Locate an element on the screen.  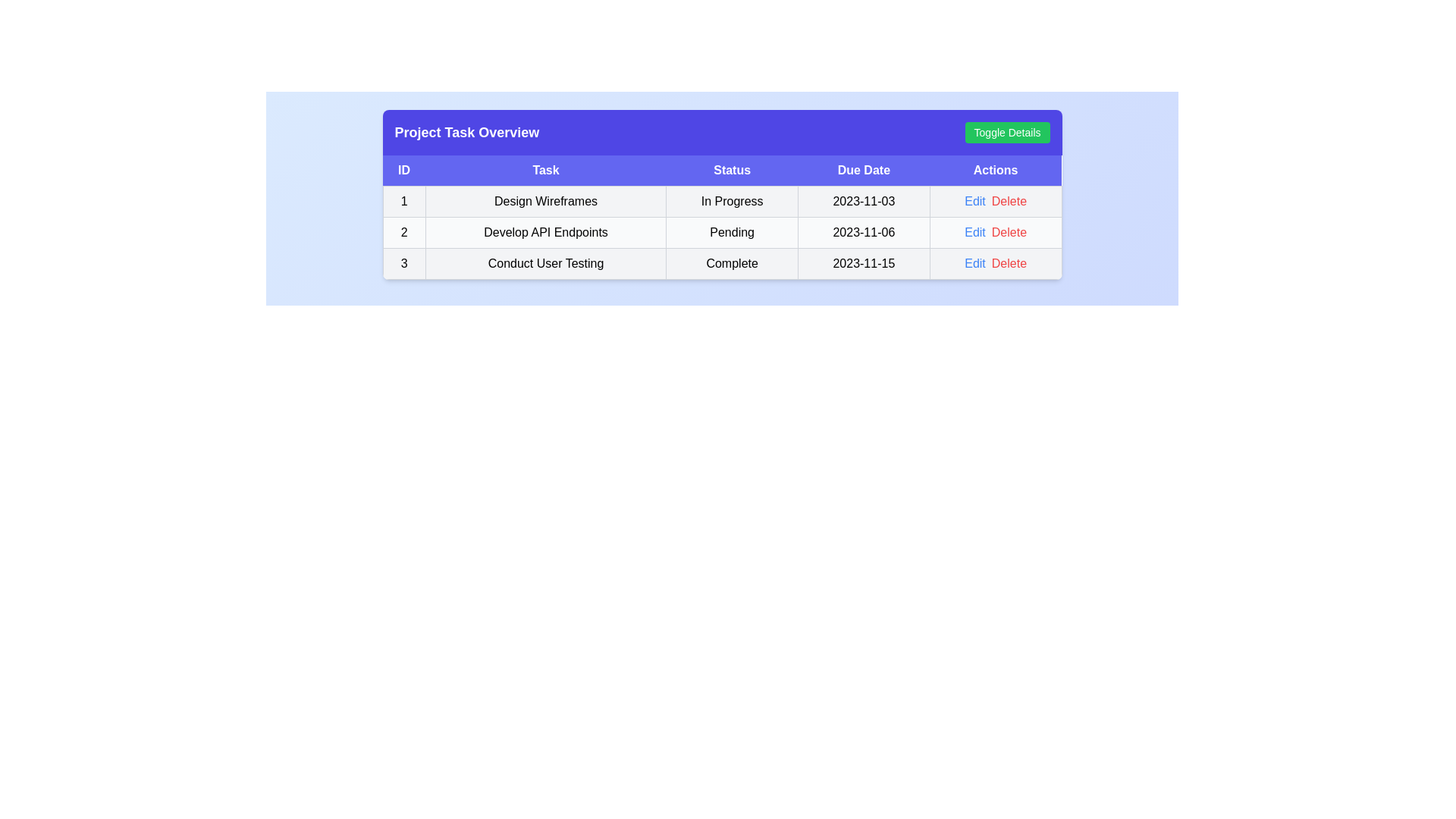
the row corresponding to task ID 2 to highlight it is located at coordinates (721, 233).